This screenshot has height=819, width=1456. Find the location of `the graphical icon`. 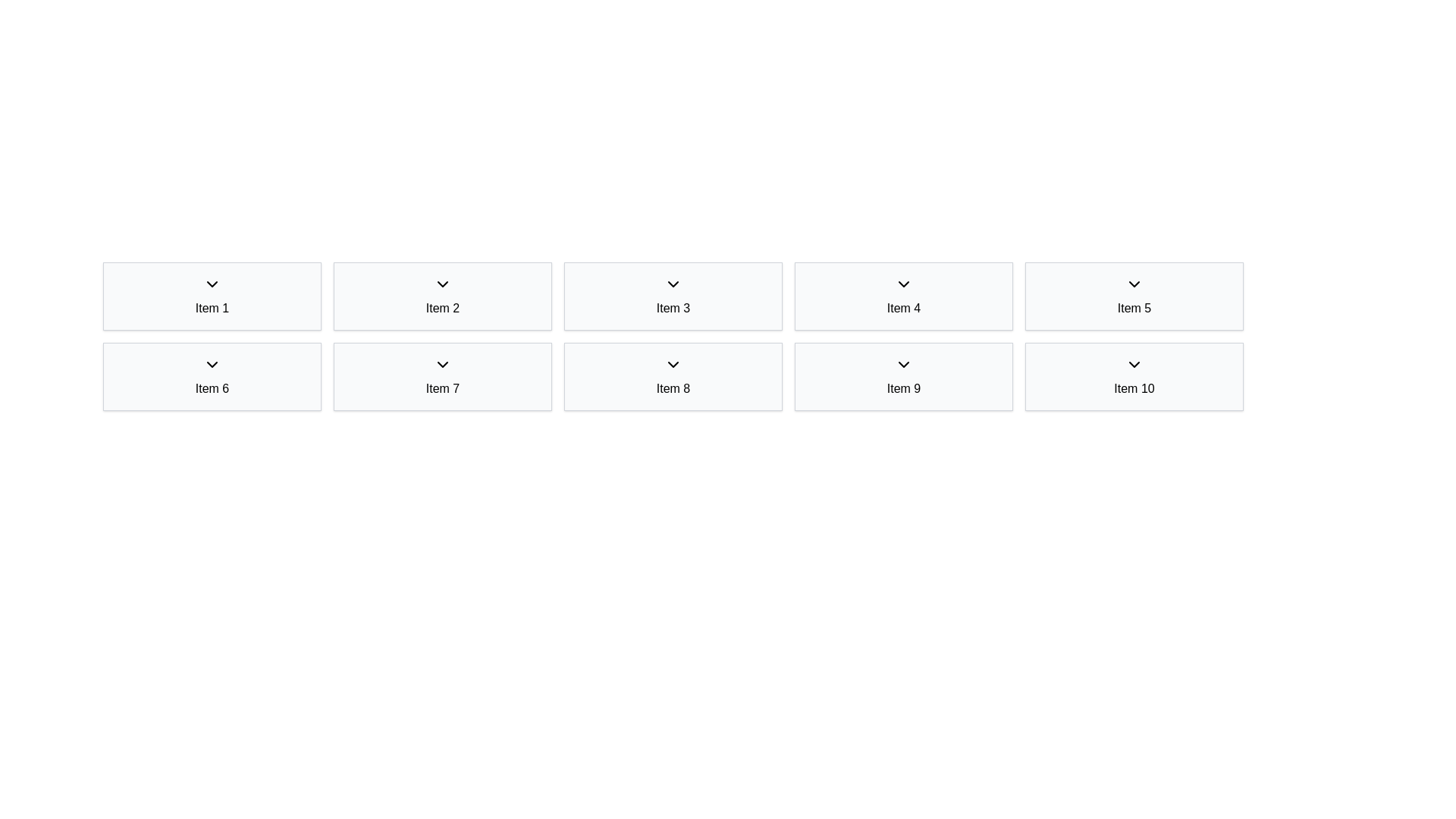

the graphical icon is located at coordinates (903, 365).